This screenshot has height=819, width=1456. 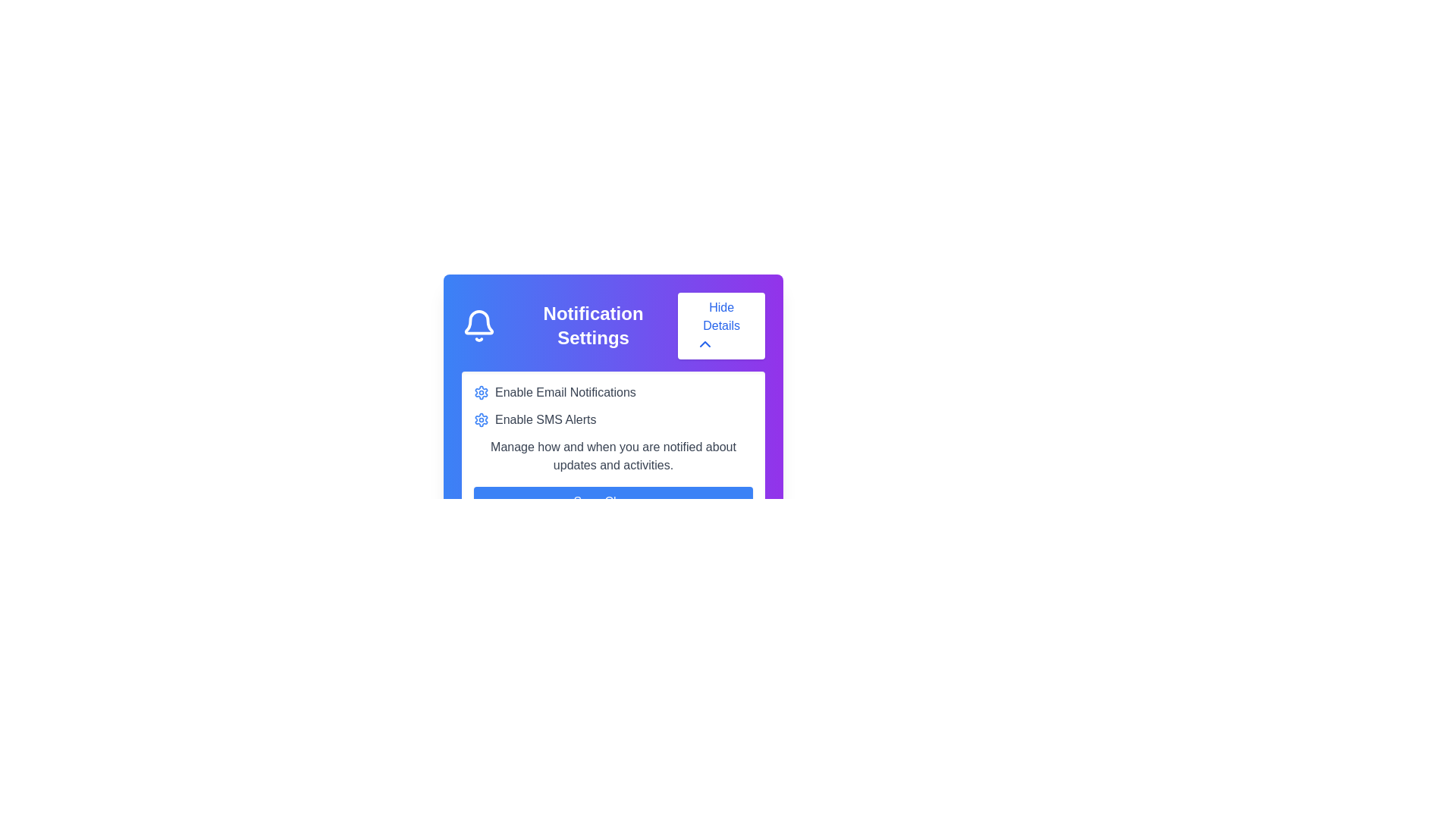 What do you see at coordinates (480, 391) in the screenshot?
I see `the settings icon located in the top-left corner of the 'Enable Email Notifications' option` at bounding box center [480, 391].